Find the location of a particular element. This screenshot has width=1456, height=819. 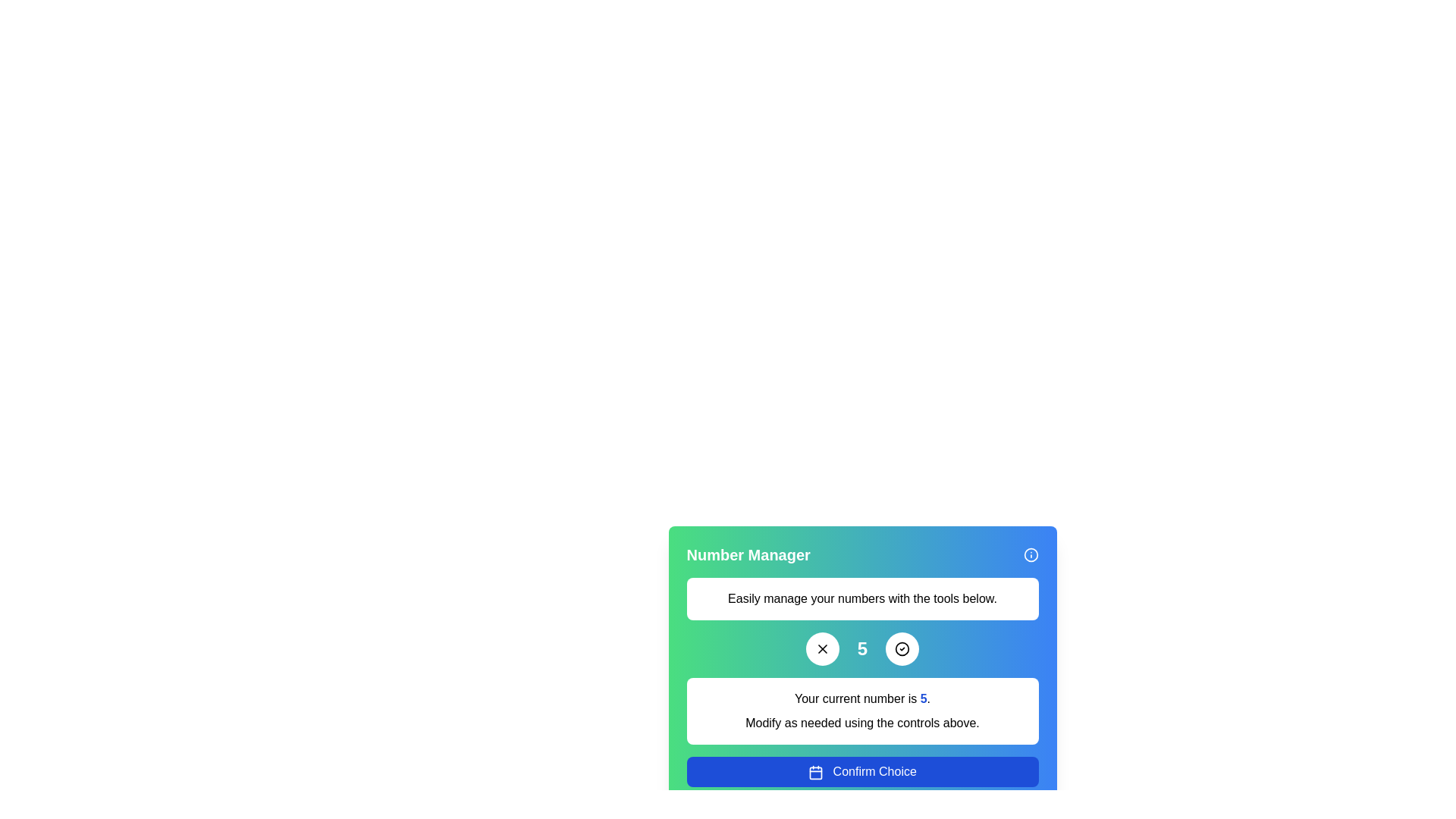

the third graphical element of the calendar icon, which is part of the 'Confirm Choice' button at the bottom of the interface is located at coordinates (815, 773).